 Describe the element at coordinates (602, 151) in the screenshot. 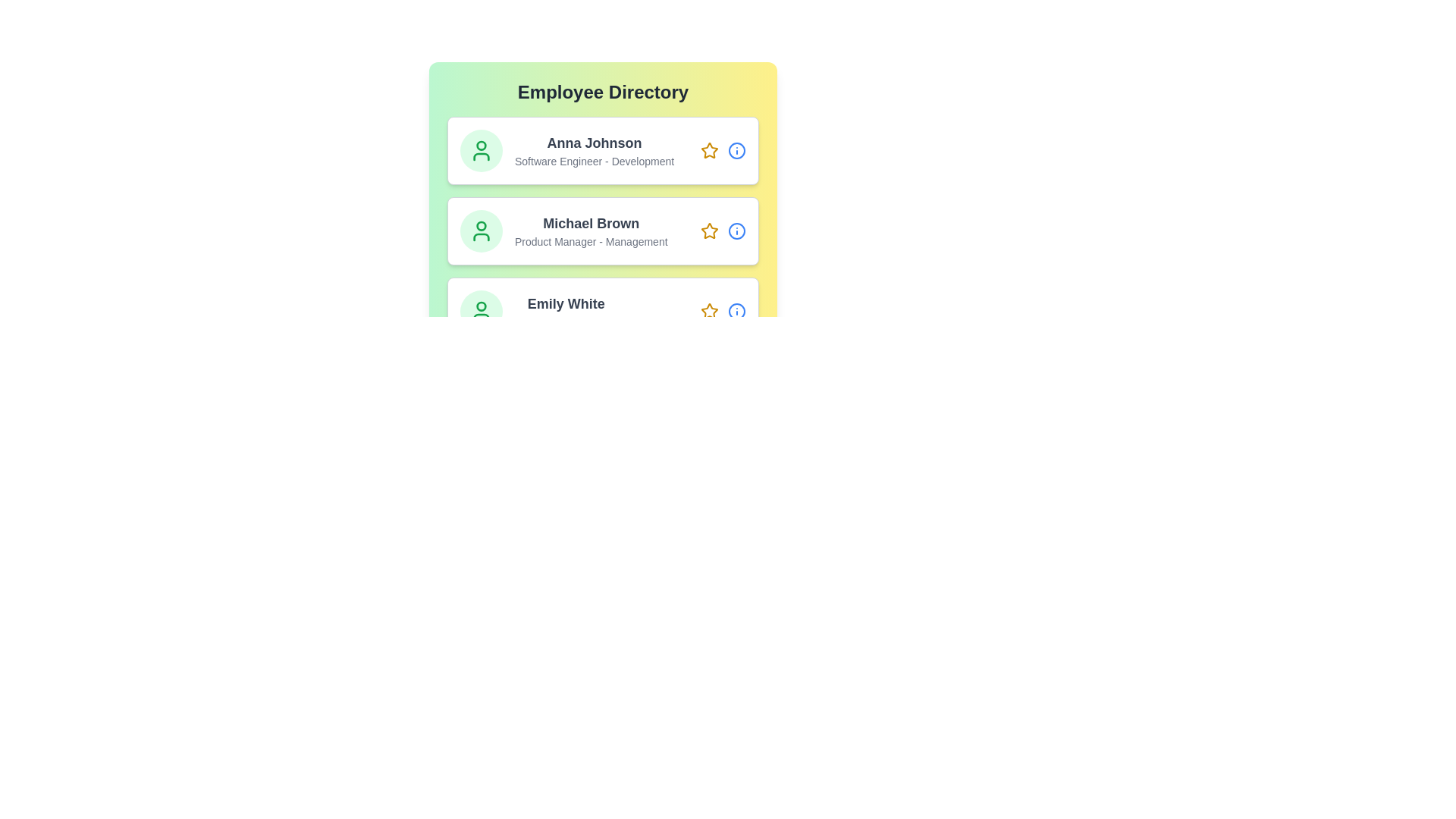

I see `the card of the employee with name Anna Johnson` at that location.